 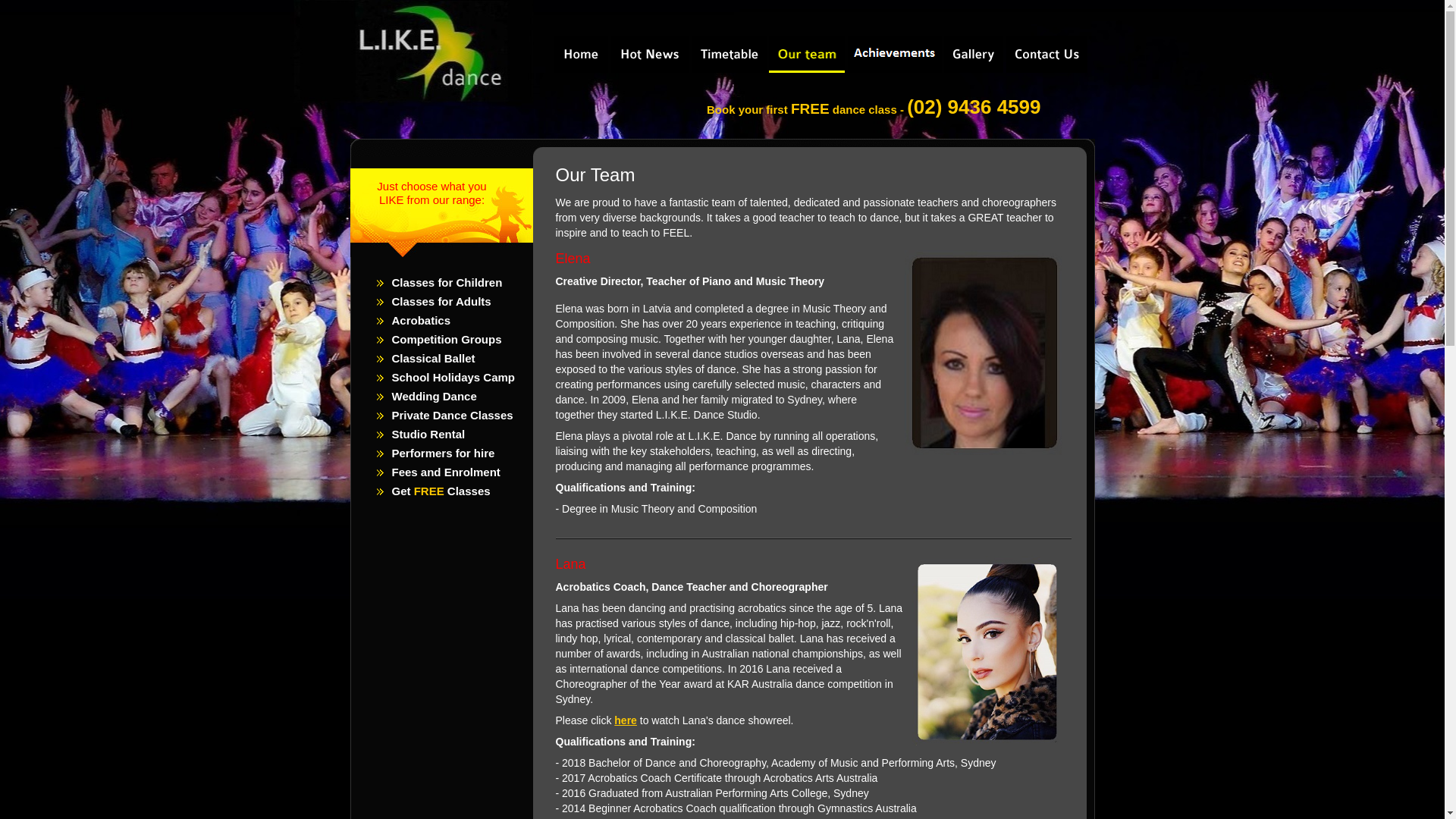 I want to click on 'Classes for Adults', so click(x=440, y=301).